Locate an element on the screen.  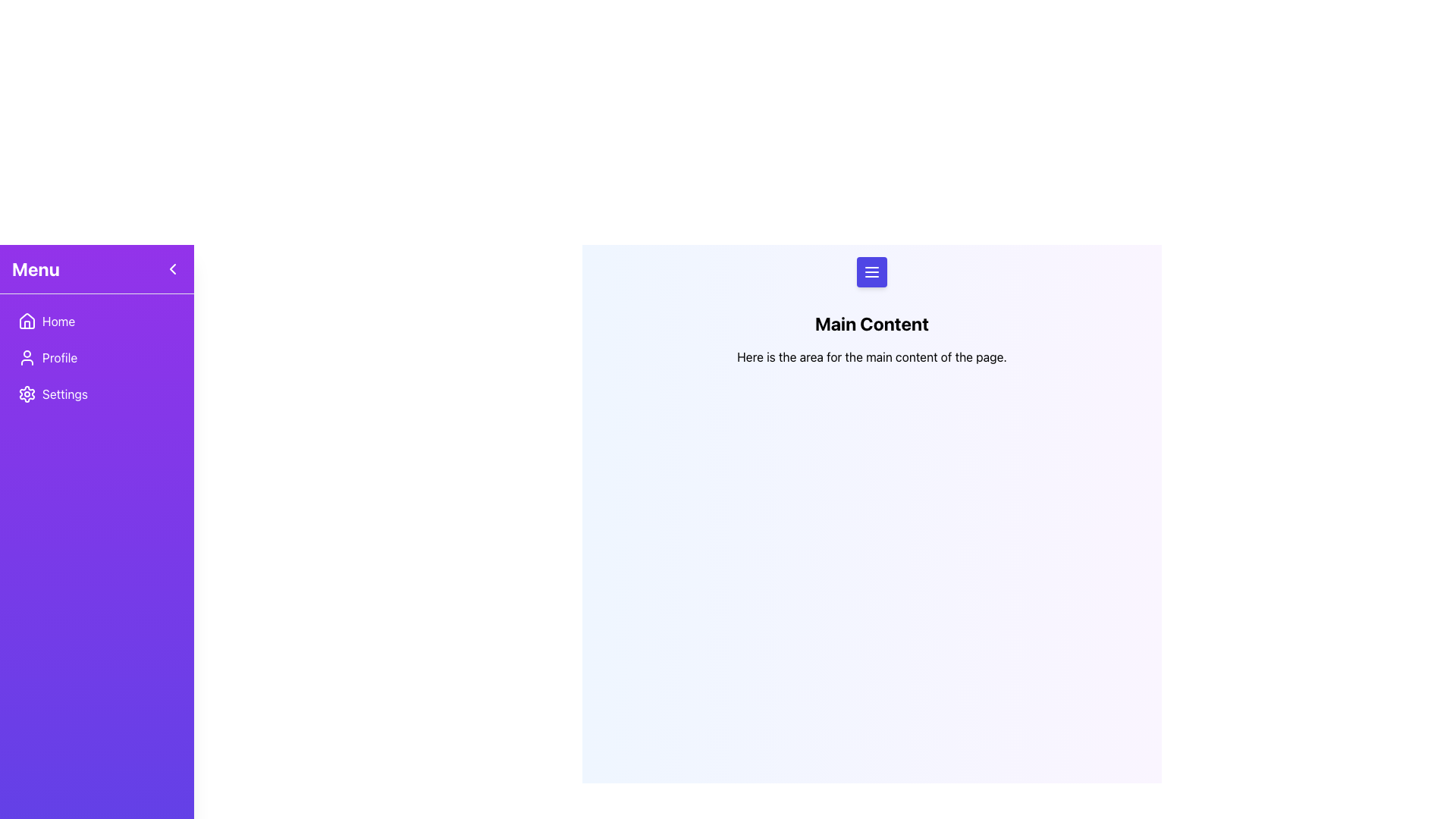
the navigation control button located at the top right corner of the purple sidebar, opposite the 'Menu' text is located at coordinates (172, 268).